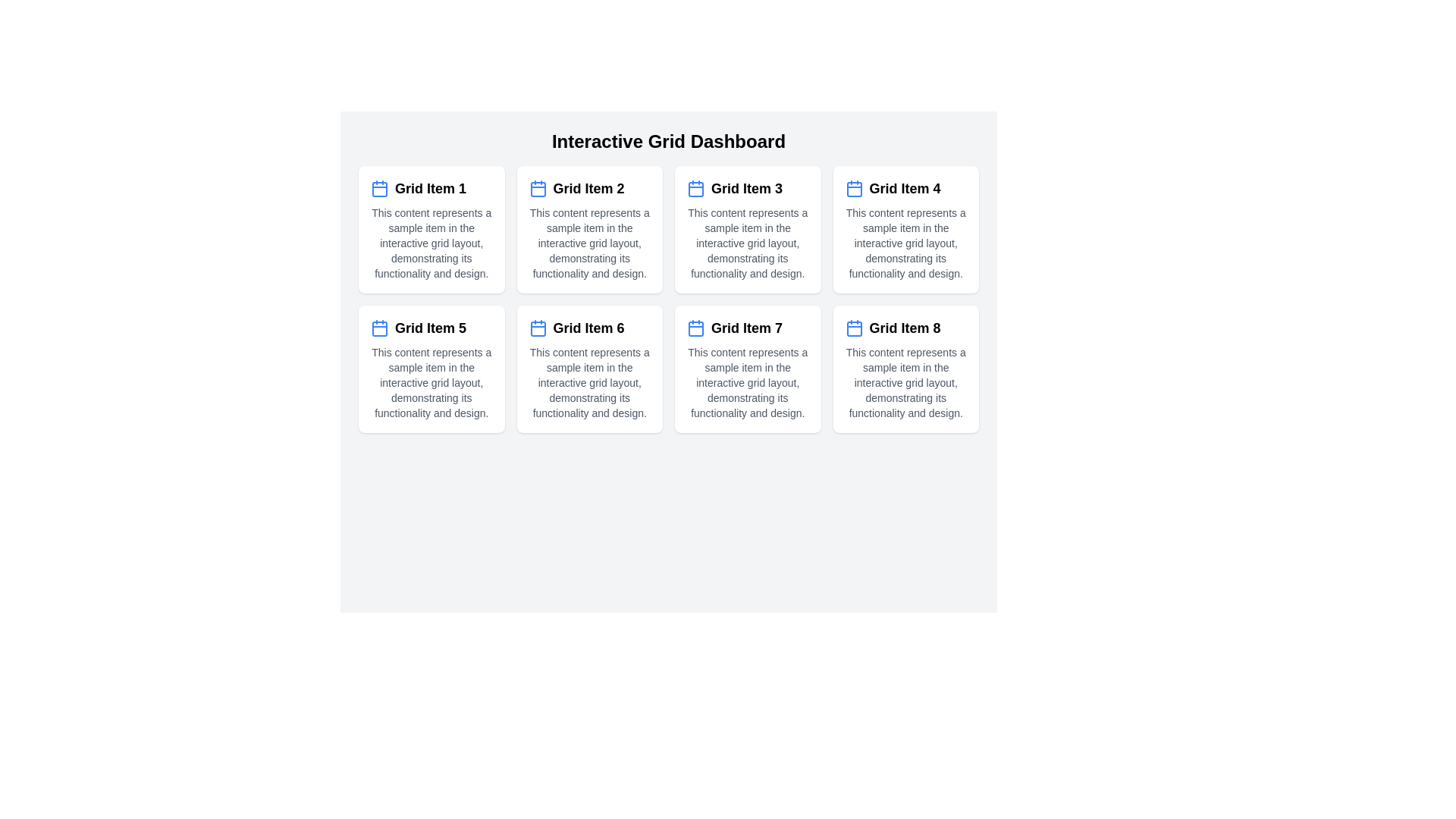 This screenshot has width=1456, height=819. Describe the element at coordinates (695, 327) in the screenshot. I see `the calendar icon located at the upper left section of 'Grid Item 7' in the second row and third column of the grid layout` at that location.